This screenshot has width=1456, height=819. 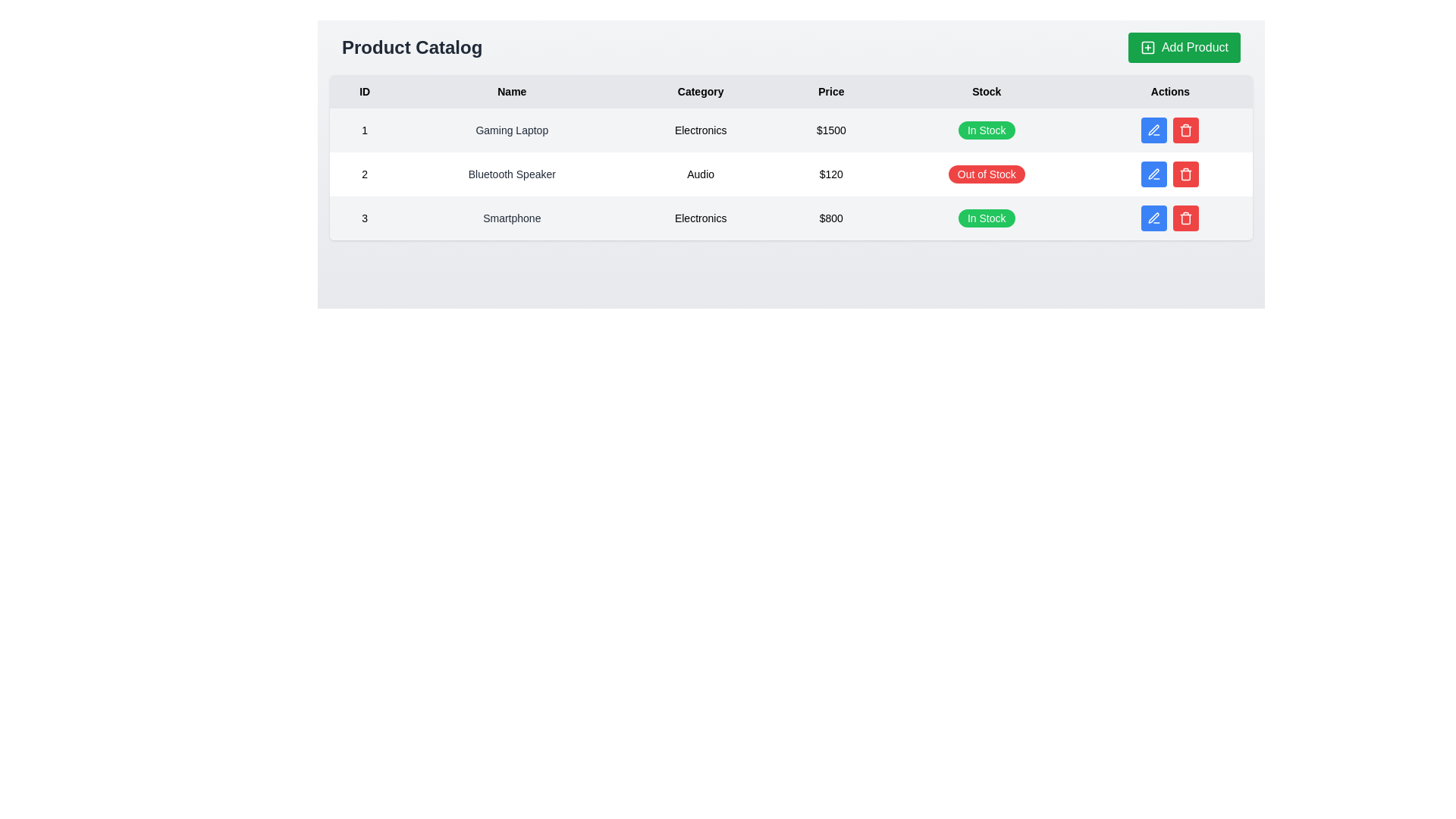 What do you see at coordinates (700, 174) in the screenshot?
I see `the informational label representing the category of the 'Bluetooth Speaker' entry in the table's 'Category' column` at bounding box center [700, 174].